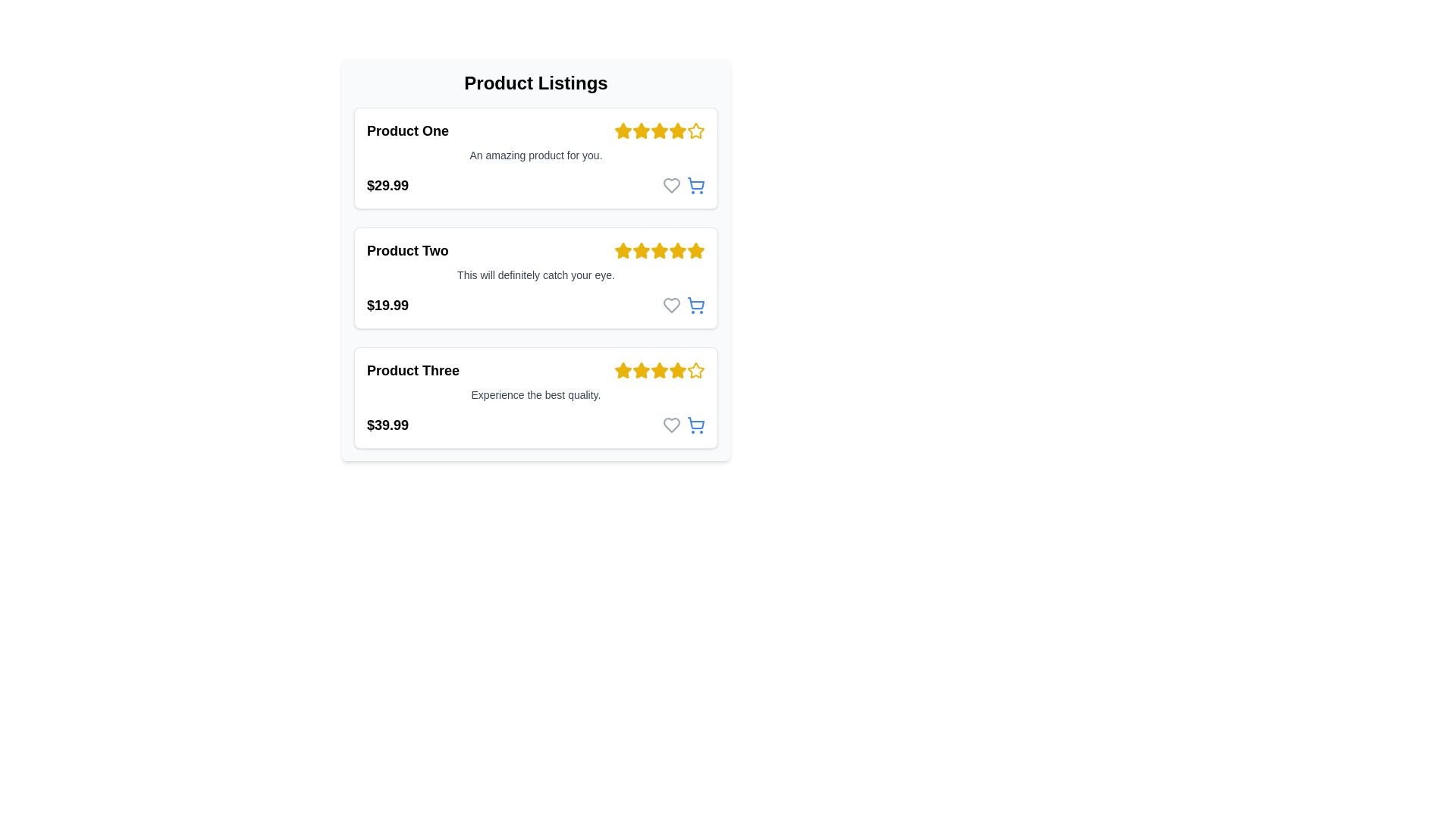 The image size is (1456, 819). I want to click on the heart icon outlined in gray, located within the first product listing card, so click(671, 185).